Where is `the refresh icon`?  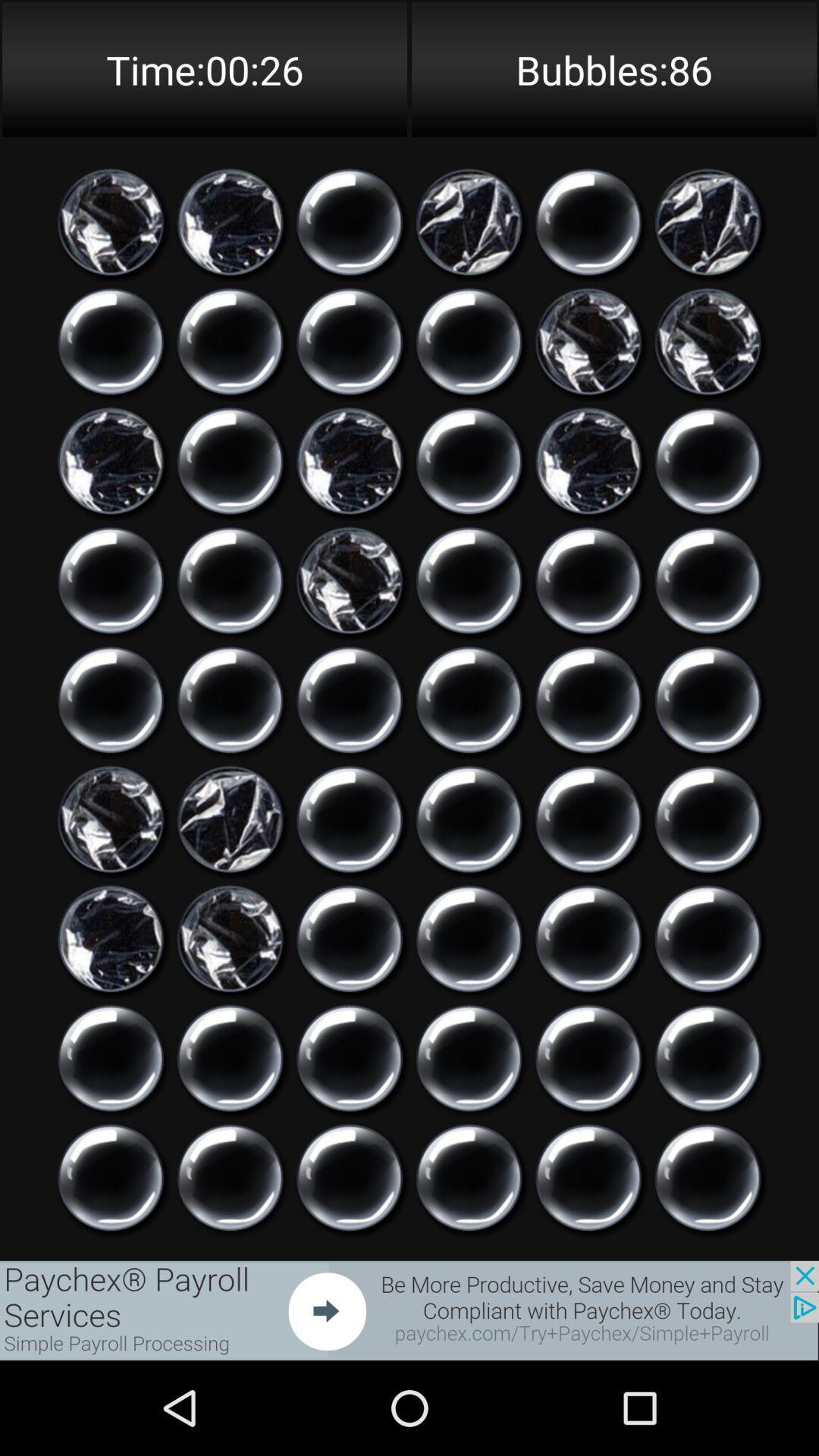 the refresh icon is located at coordinates (588, 237).